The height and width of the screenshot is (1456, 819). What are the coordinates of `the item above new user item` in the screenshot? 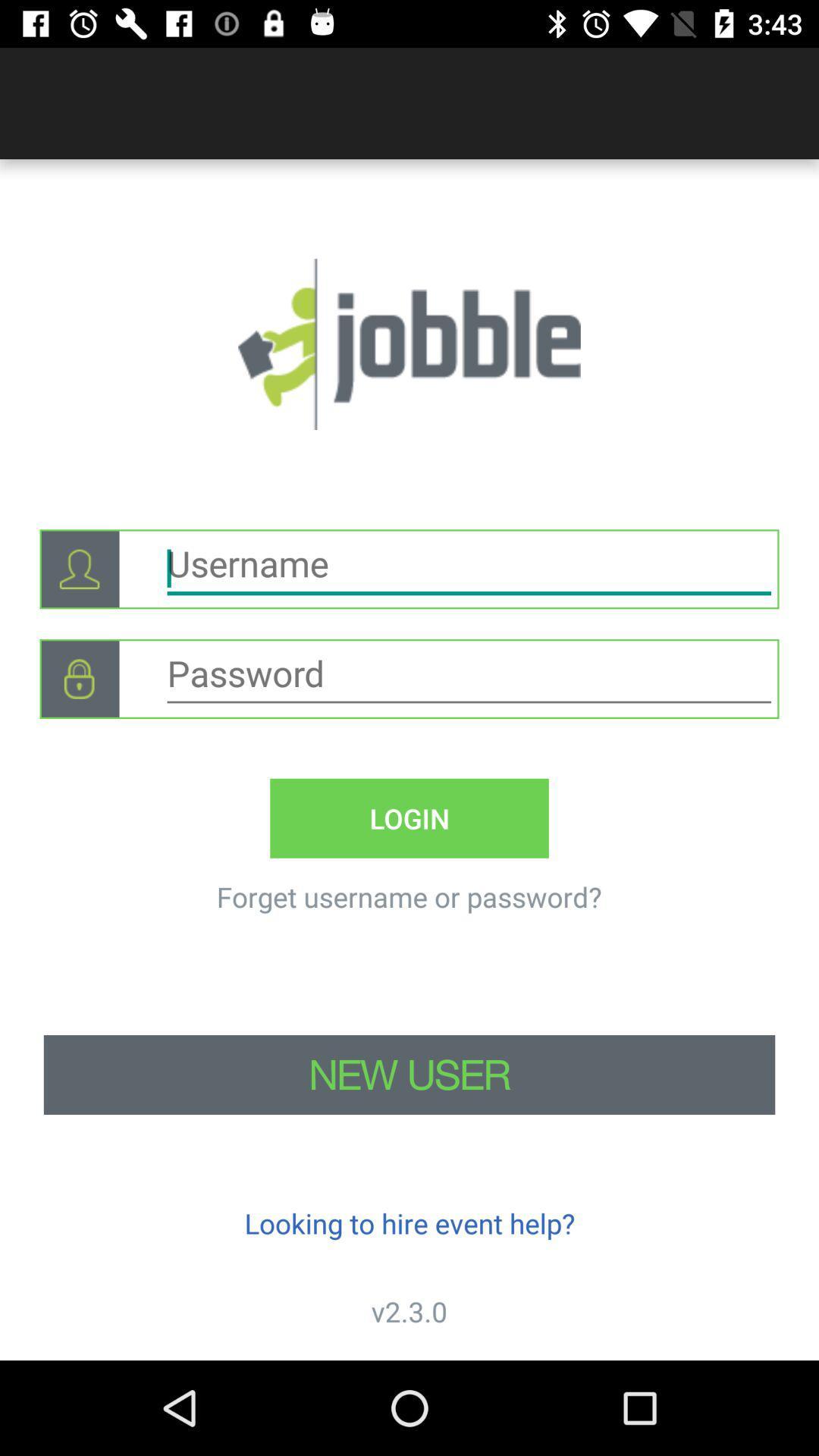 It's located at (79, 678).